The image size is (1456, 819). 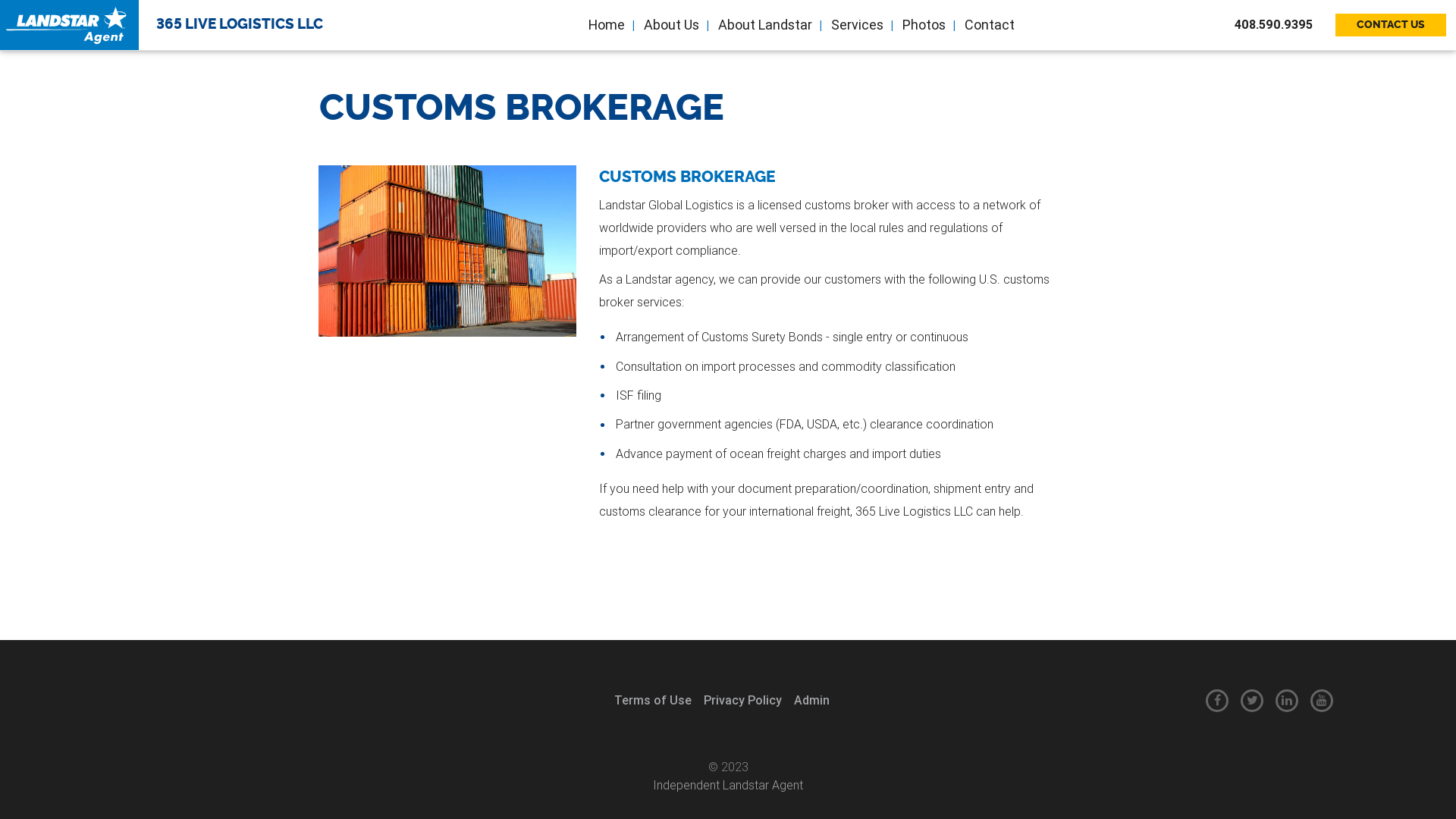 What do you see at coordinates (604, 24) in the screenshot?
I see `'Home'` at bounding box center [604, 24].